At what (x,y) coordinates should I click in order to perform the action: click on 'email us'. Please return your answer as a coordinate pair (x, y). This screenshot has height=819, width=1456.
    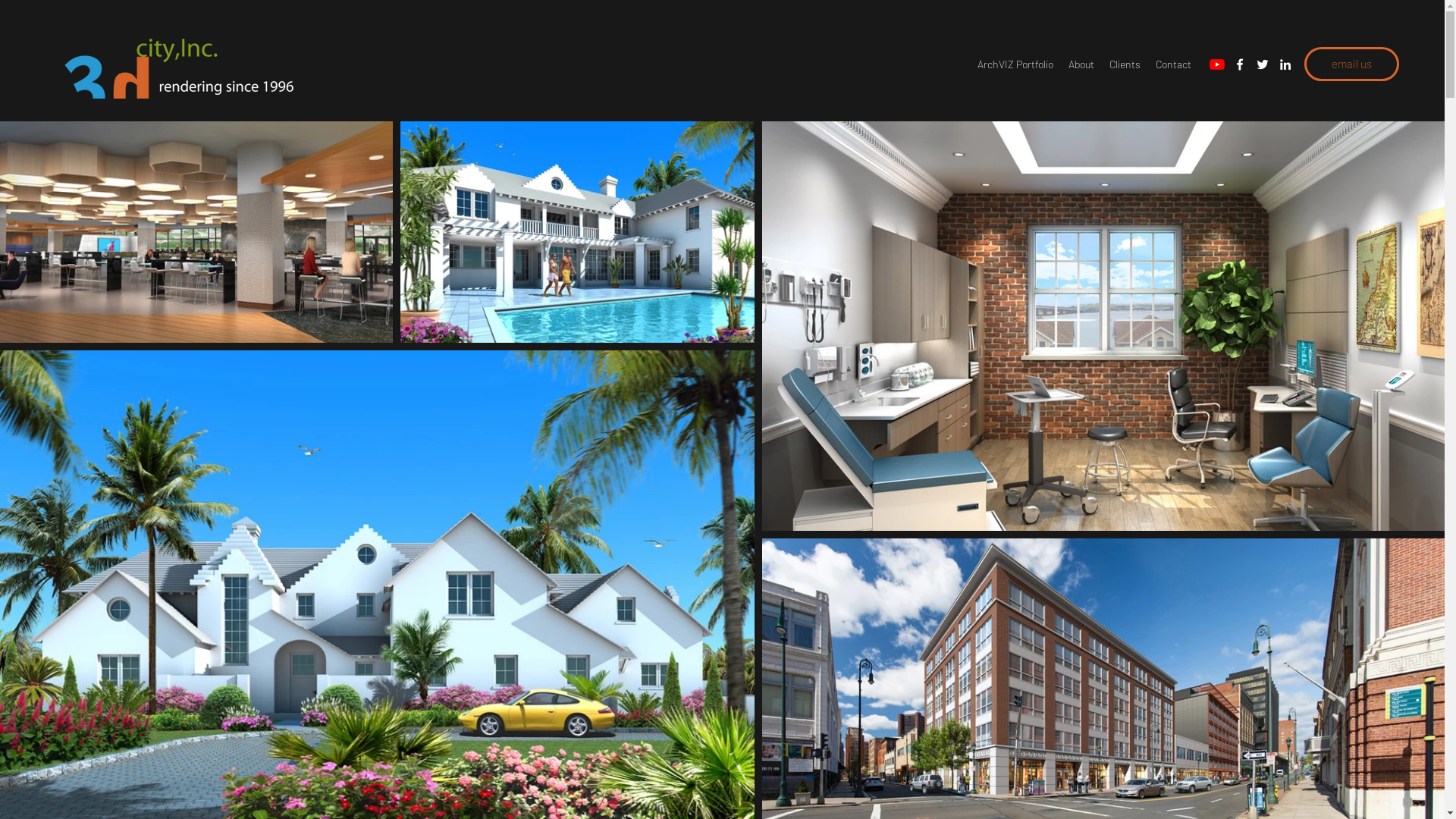
    Looking at the image, I should click on (1351, 63).